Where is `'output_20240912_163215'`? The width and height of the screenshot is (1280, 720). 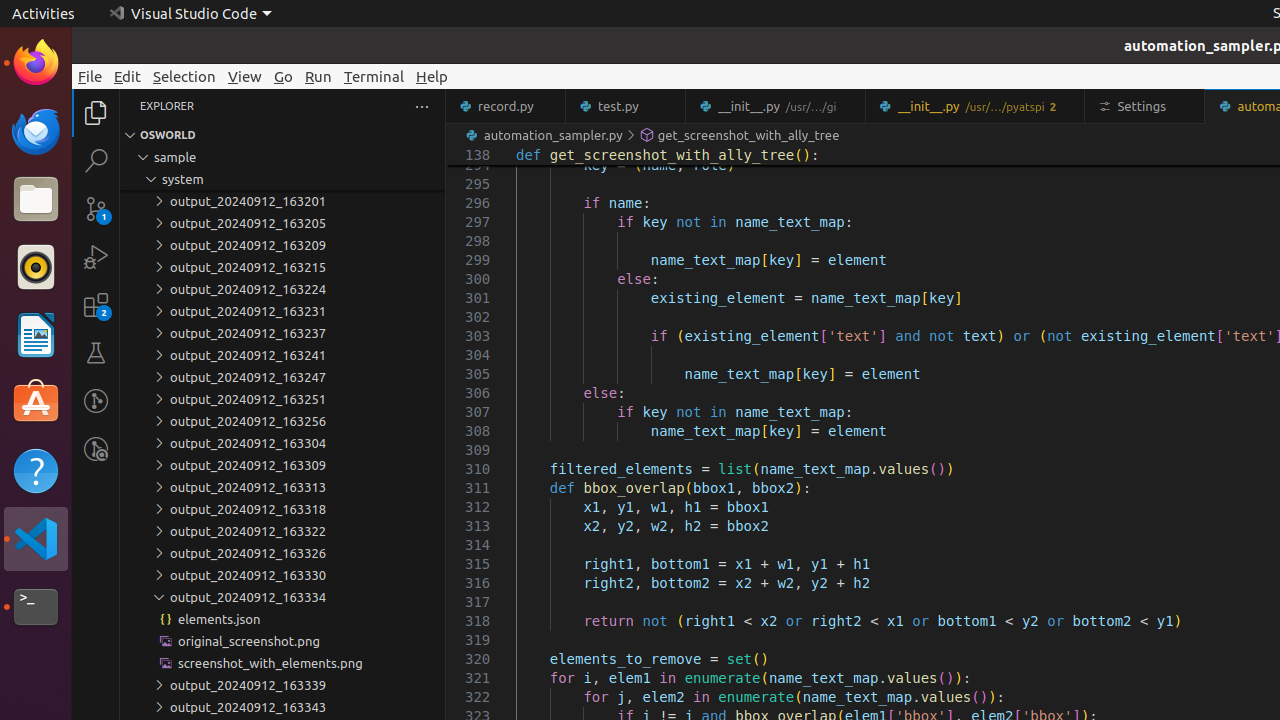 'output_20240912_163215' is located at coordinates (281, 265).